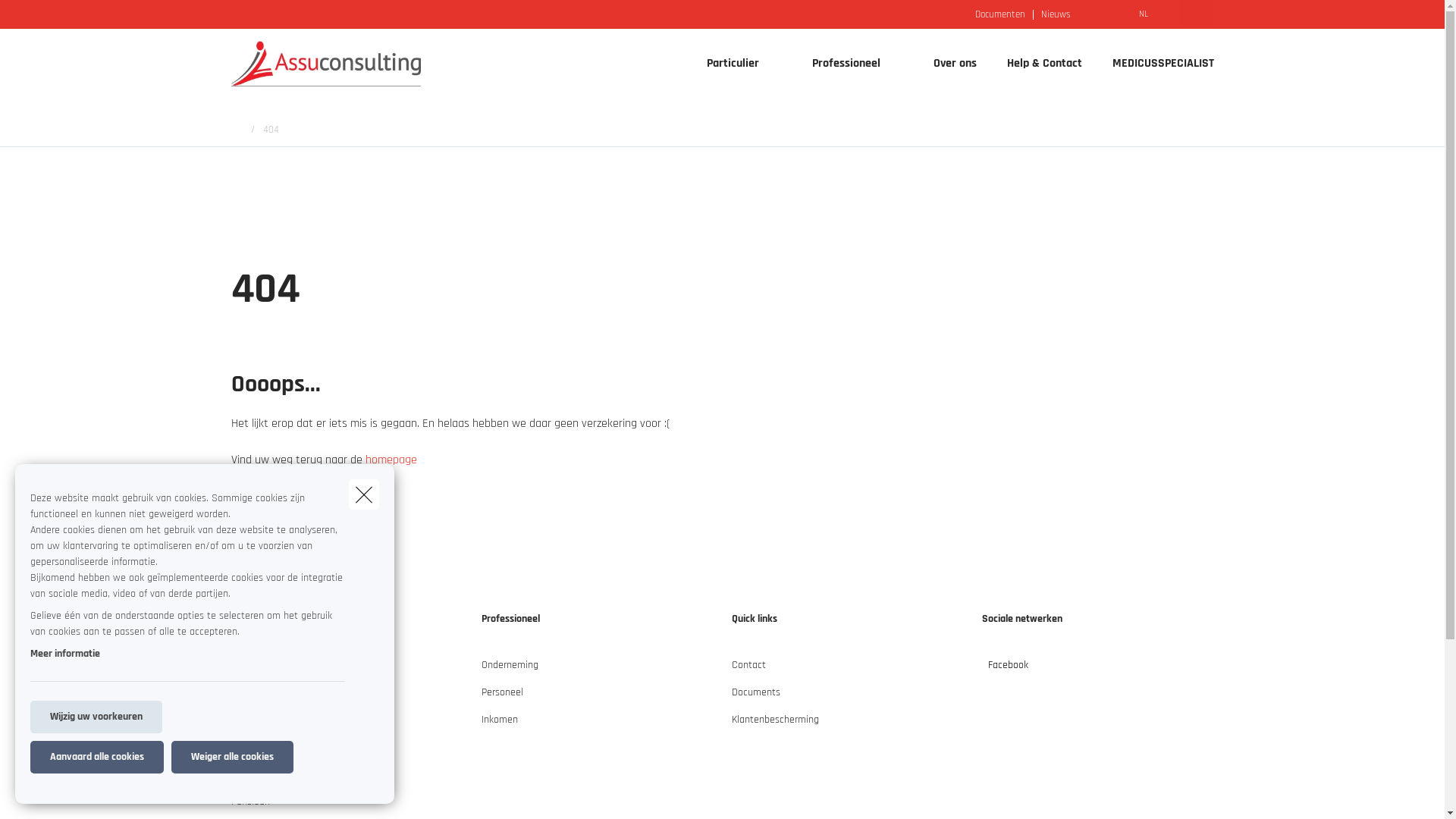 The width and height of the screenshot is (1456, 819). Describe the element at coordinates (981, 670) in the screenshot. I see `'Facebook'` at that location.